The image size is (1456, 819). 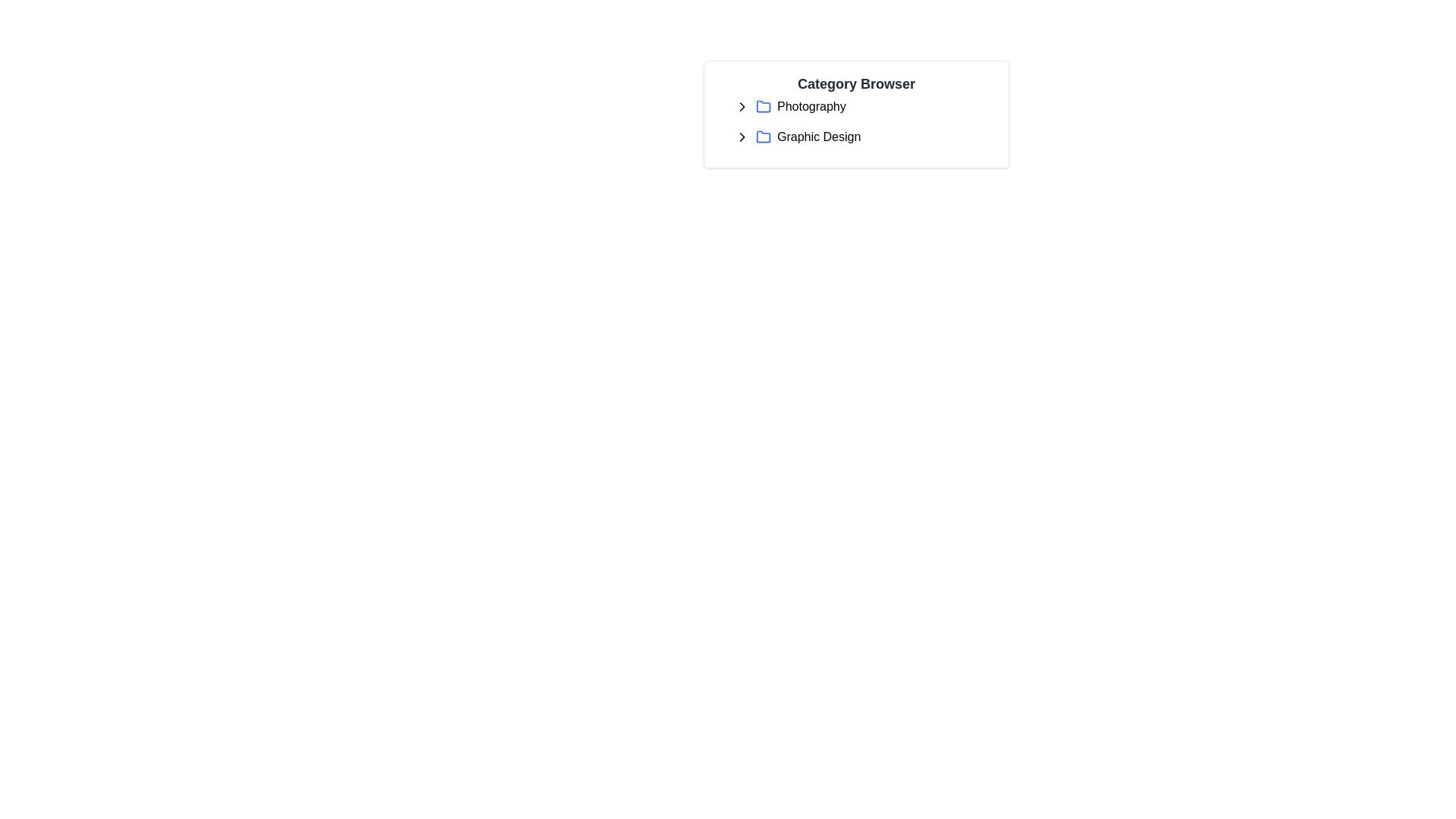 I want to click on the Chevron icon located to the left of the 'Photography' folder, so click(x=742, y=106).